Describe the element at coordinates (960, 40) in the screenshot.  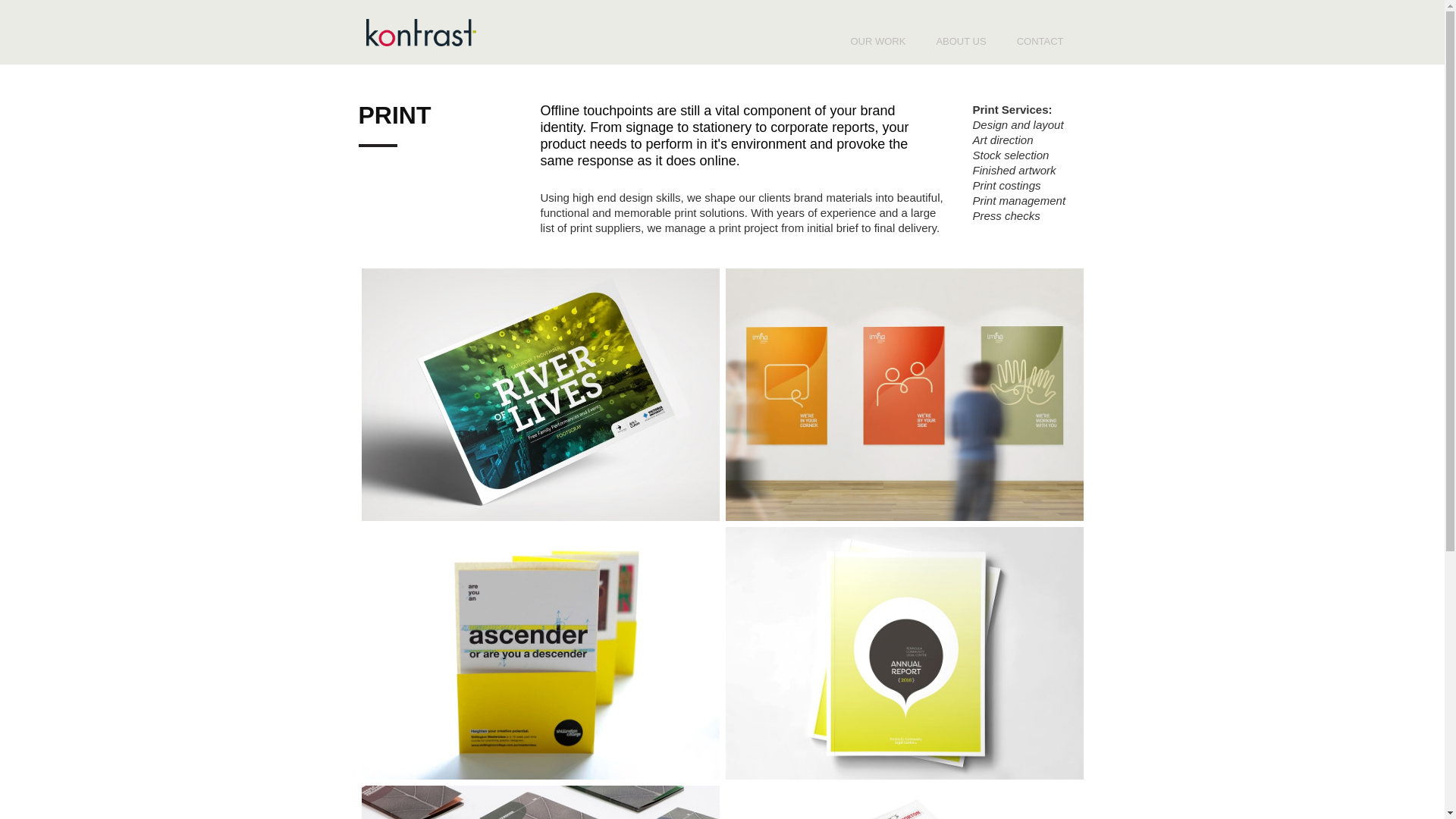
I see `'ABOUT US'` at that location.